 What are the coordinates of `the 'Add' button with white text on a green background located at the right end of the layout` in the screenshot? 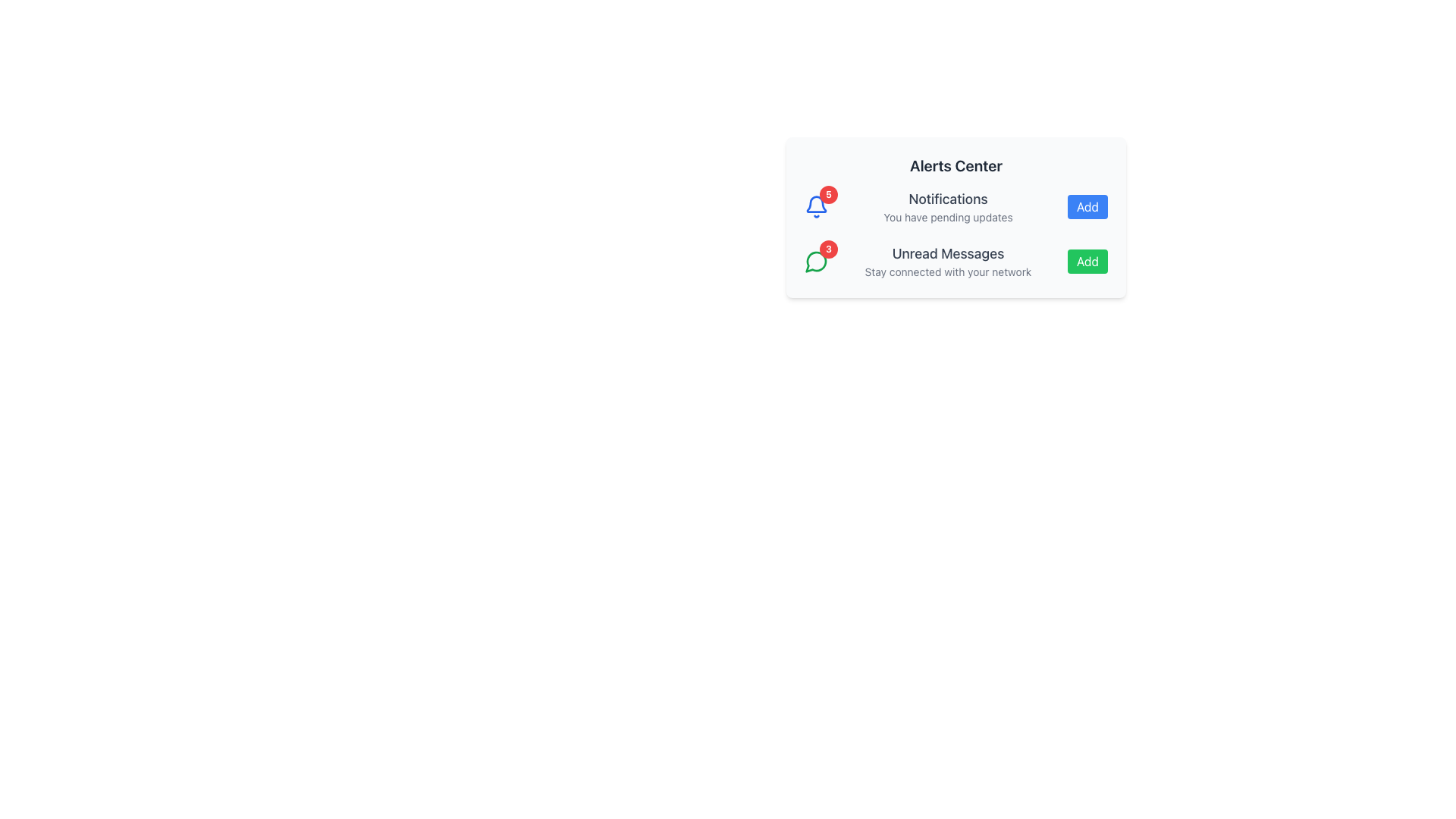 It's located at (1087, 260).